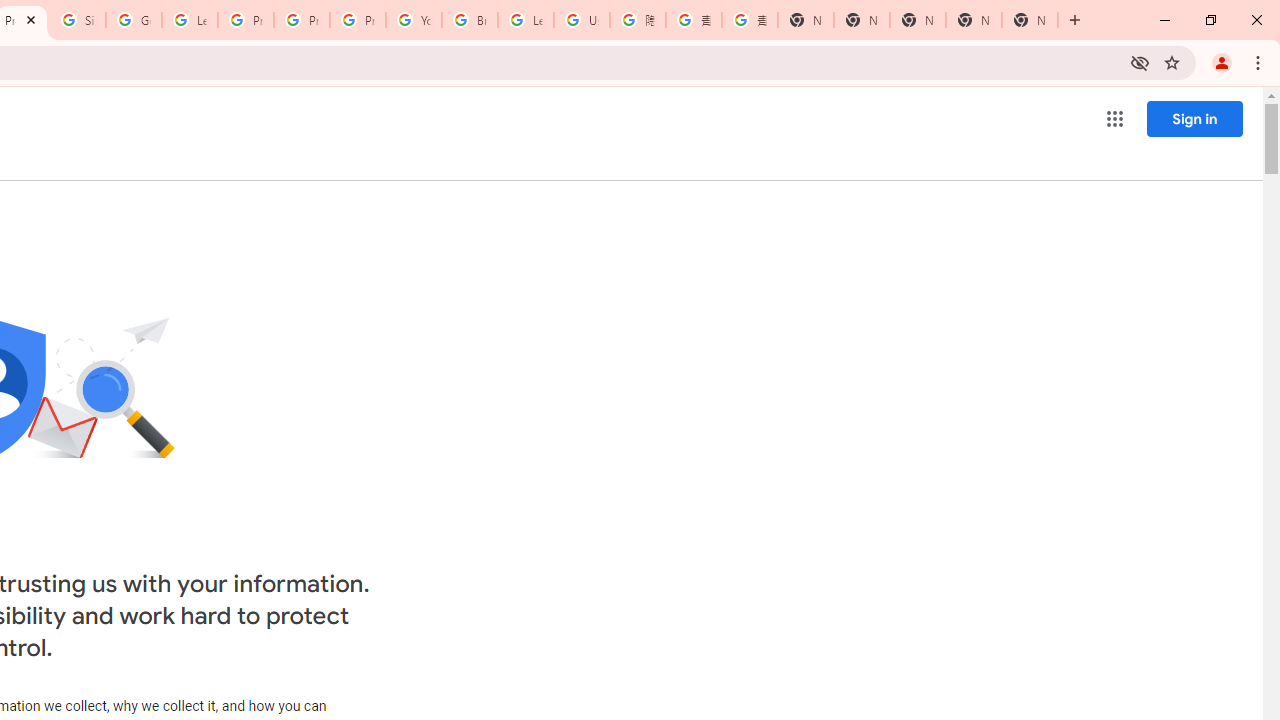 The width and height of the screenshot is (1280, 720). Describe the element at coordinates (1030, 20) in the screenshot. I see `'New Tab'` at that location.